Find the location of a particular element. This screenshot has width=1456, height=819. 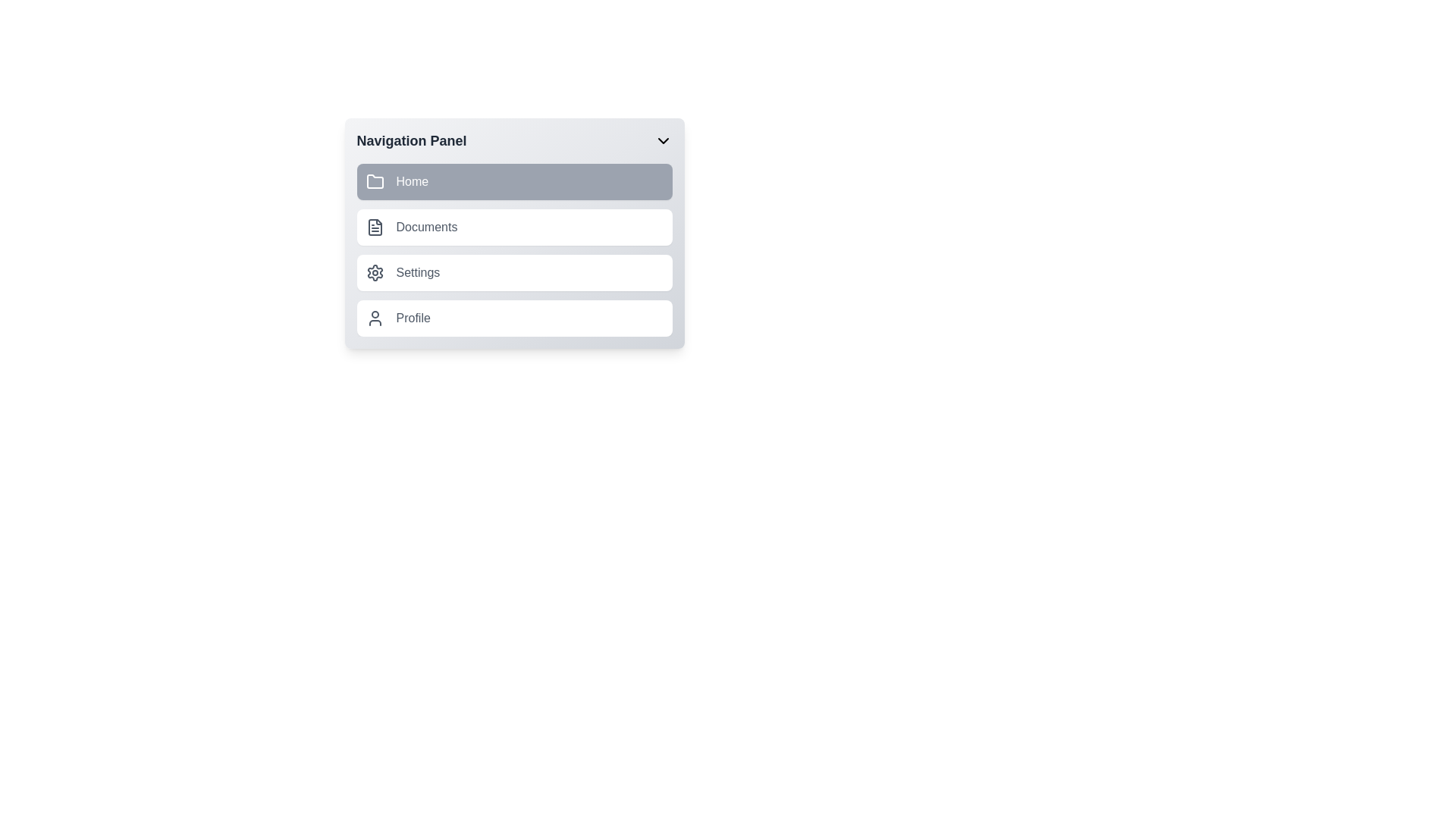

text label 'Settings' that is centrally positioned in a navigation menu, located below 'Documents' and above 'Profile' is located at coordinates (418, 271).